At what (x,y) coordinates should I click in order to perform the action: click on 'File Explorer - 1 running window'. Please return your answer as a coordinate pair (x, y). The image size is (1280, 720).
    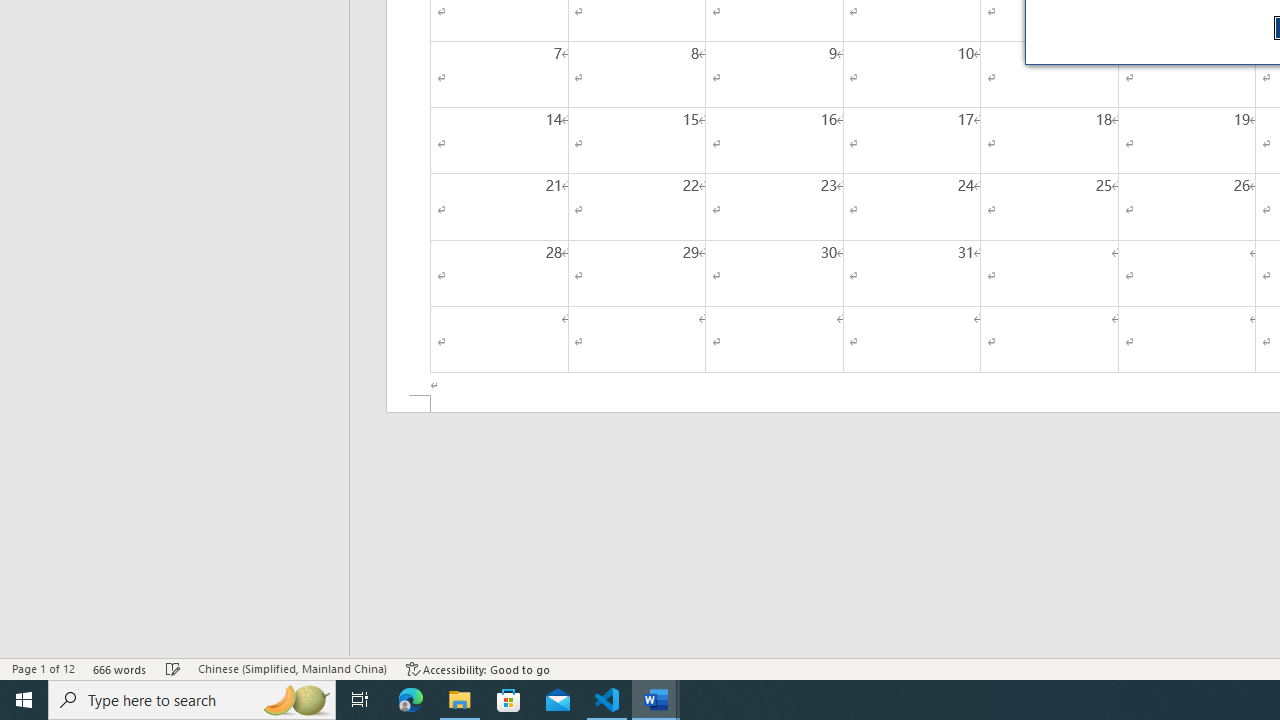
    Looking at the image, I should click on (459, 698).